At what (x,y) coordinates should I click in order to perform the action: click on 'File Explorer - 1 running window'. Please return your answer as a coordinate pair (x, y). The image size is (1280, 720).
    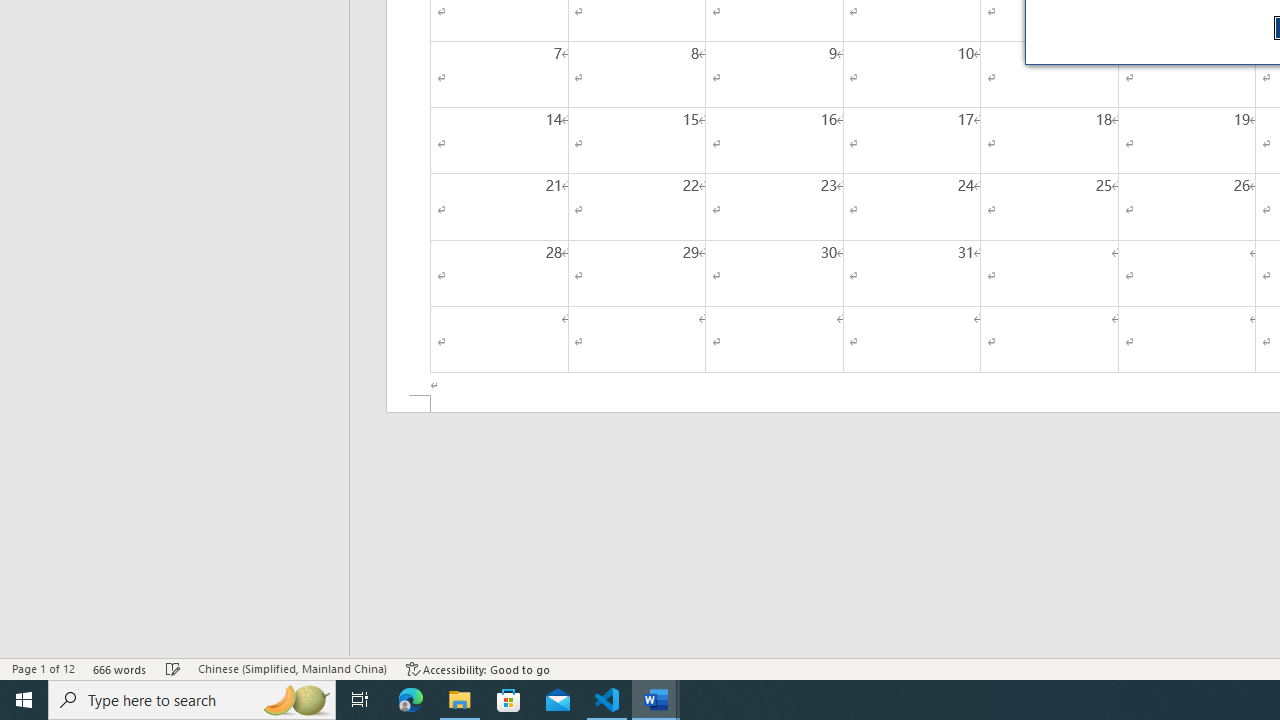
    Looking at the image, I should click on (459, 698).